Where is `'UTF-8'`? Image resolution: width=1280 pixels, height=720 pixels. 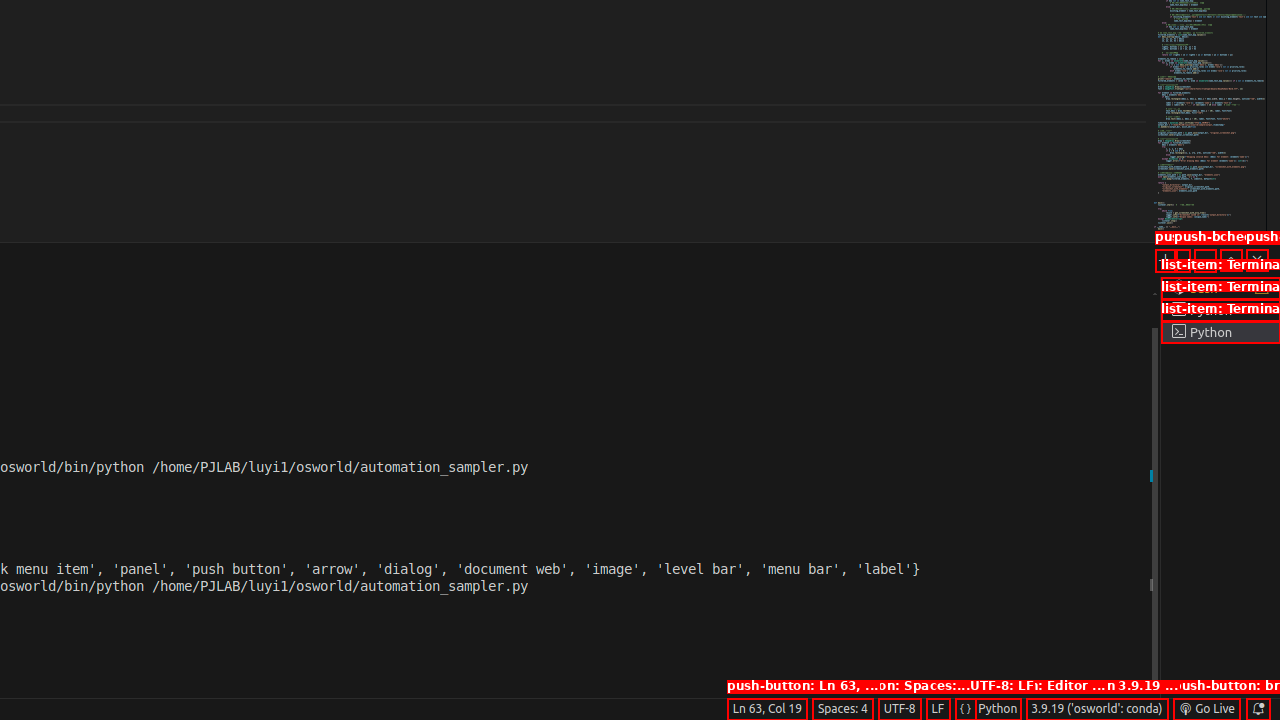
'UTF-8' is located at coordinates (898, 707).